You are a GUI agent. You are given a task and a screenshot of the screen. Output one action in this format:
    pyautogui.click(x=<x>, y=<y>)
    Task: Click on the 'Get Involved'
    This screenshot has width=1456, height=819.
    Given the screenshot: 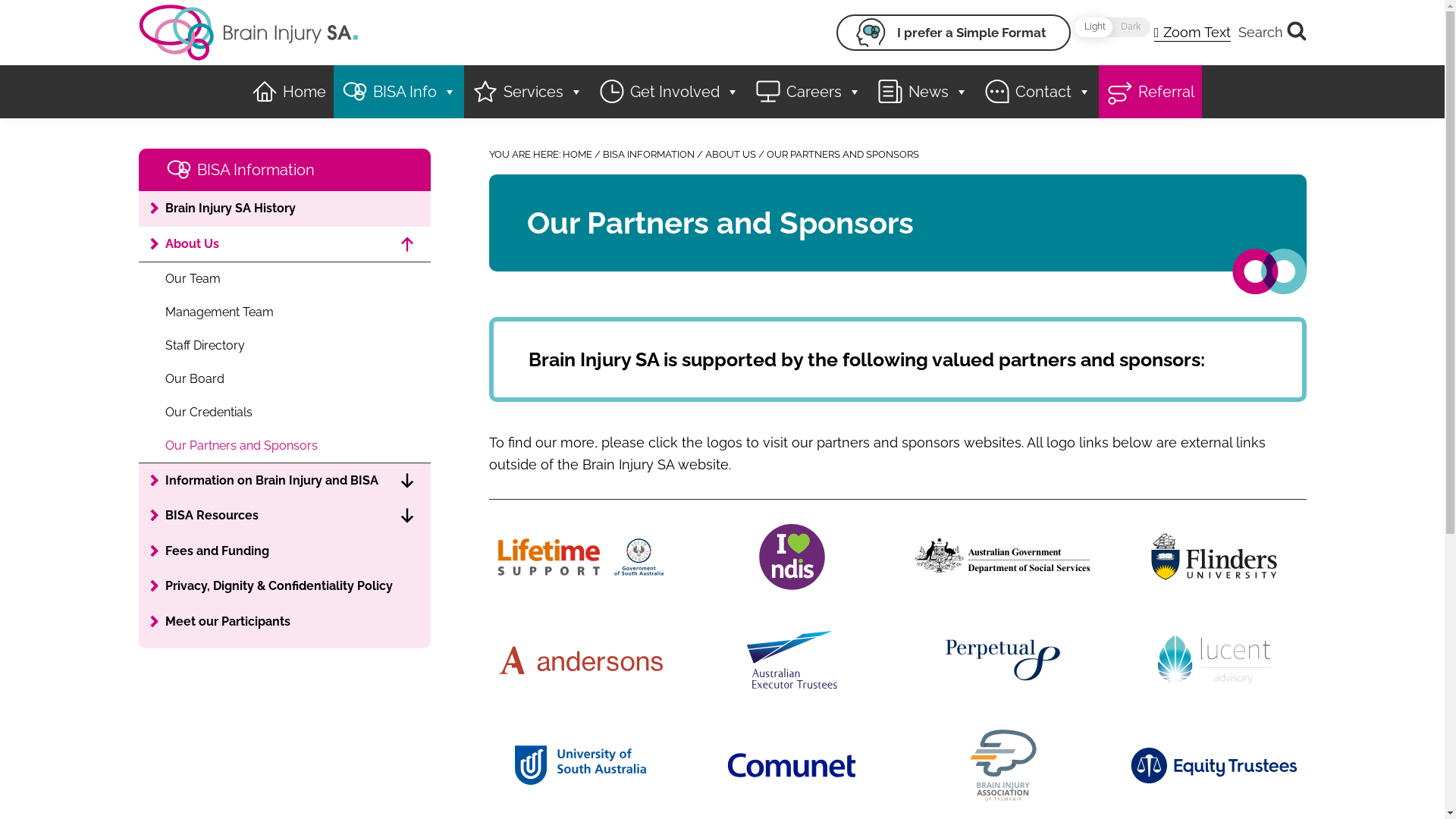 What is the action you would take?
    pyautogui.click(x=667, y=91)
    